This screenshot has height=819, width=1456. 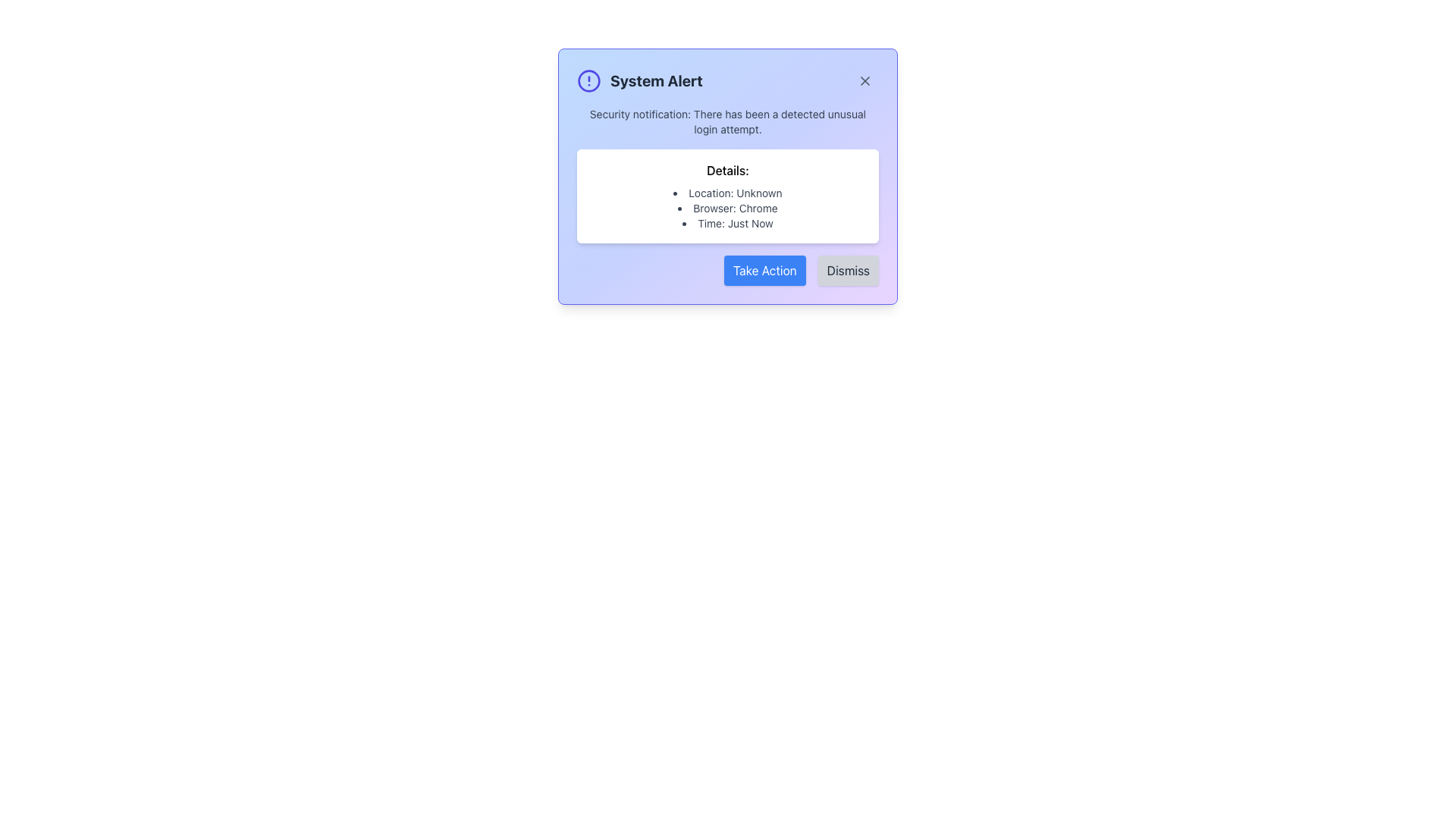 What do you see at coordinates (728, 121) in the screenshot?
I see `informational message text that notifies users of a detected unusual login attempt located below the 'System Alert' heading` at bounding box center [728, 121].